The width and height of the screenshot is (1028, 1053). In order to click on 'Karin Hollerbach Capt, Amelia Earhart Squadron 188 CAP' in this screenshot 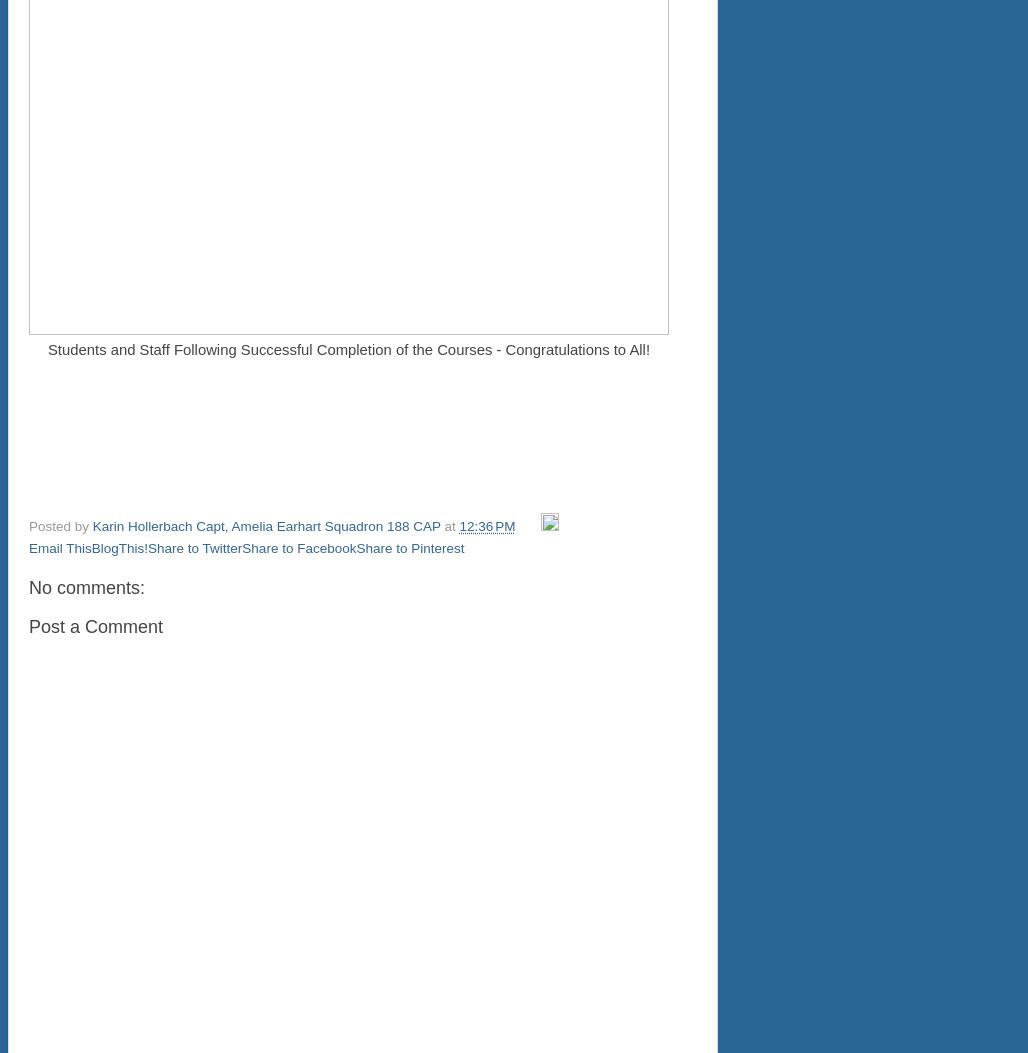, I will do `click(91, 526)`.